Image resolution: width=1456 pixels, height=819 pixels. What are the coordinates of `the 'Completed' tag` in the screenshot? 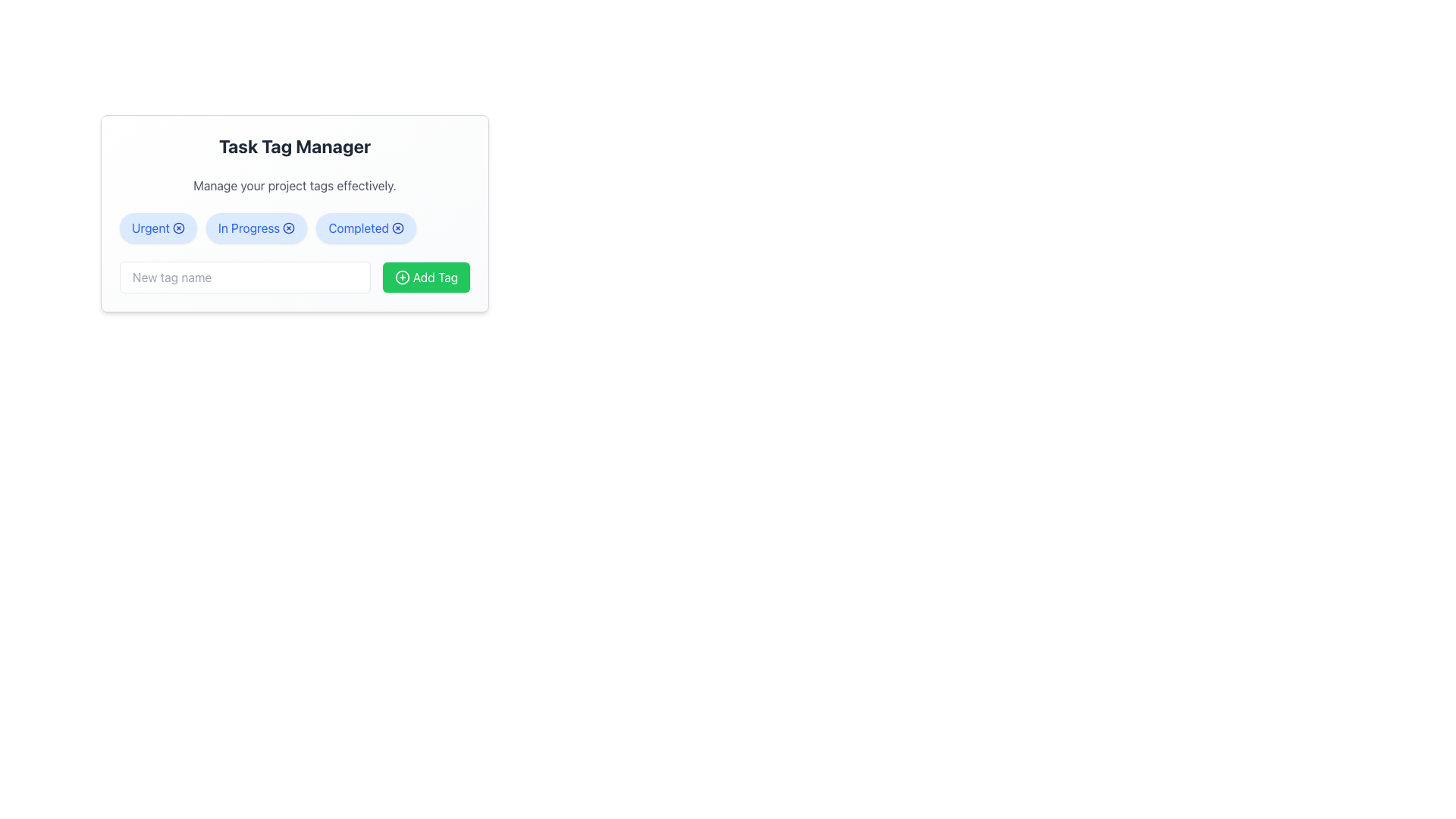 It's located at (366, 227).